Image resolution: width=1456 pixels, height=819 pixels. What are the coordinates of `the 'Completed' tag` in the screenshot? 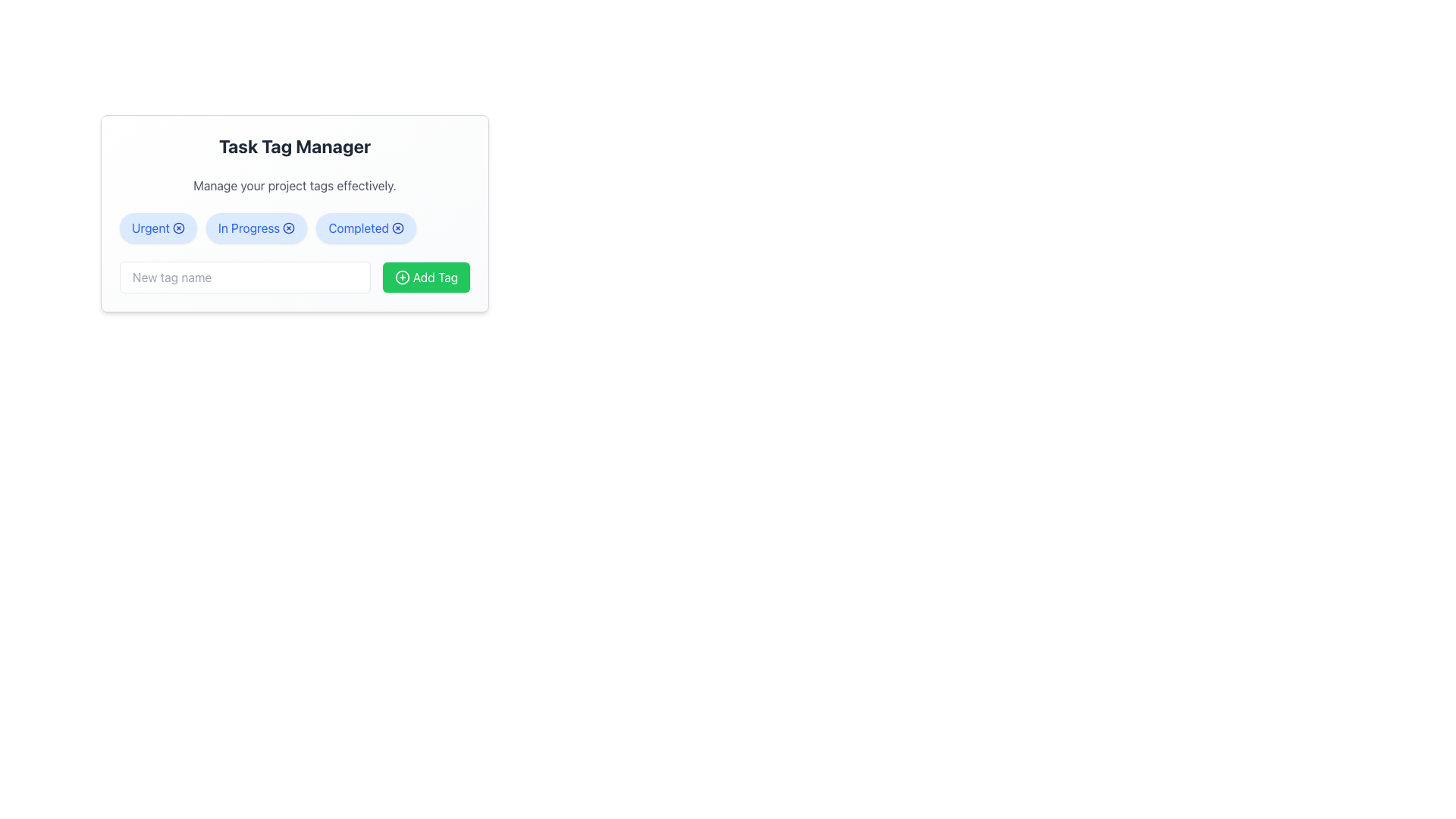 It's located at (366, 227).